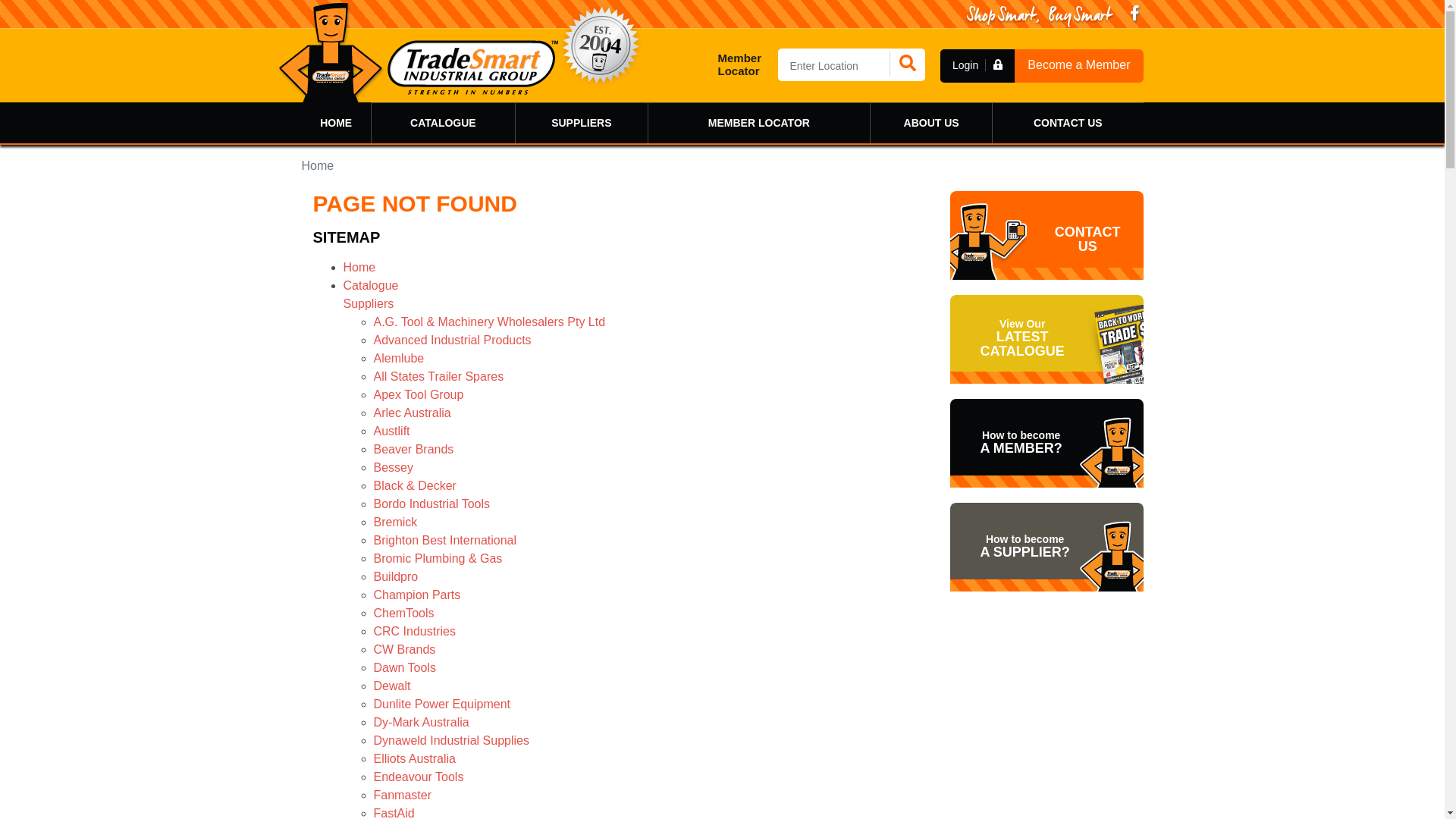 This screenshot has height=819, width=1456. What do you see at coordinates (488, 321) in the screenshot?
I see `'A.G. Tool & Machinery Wholesalers Pty Ltd'` at bounding box center [488, 321].